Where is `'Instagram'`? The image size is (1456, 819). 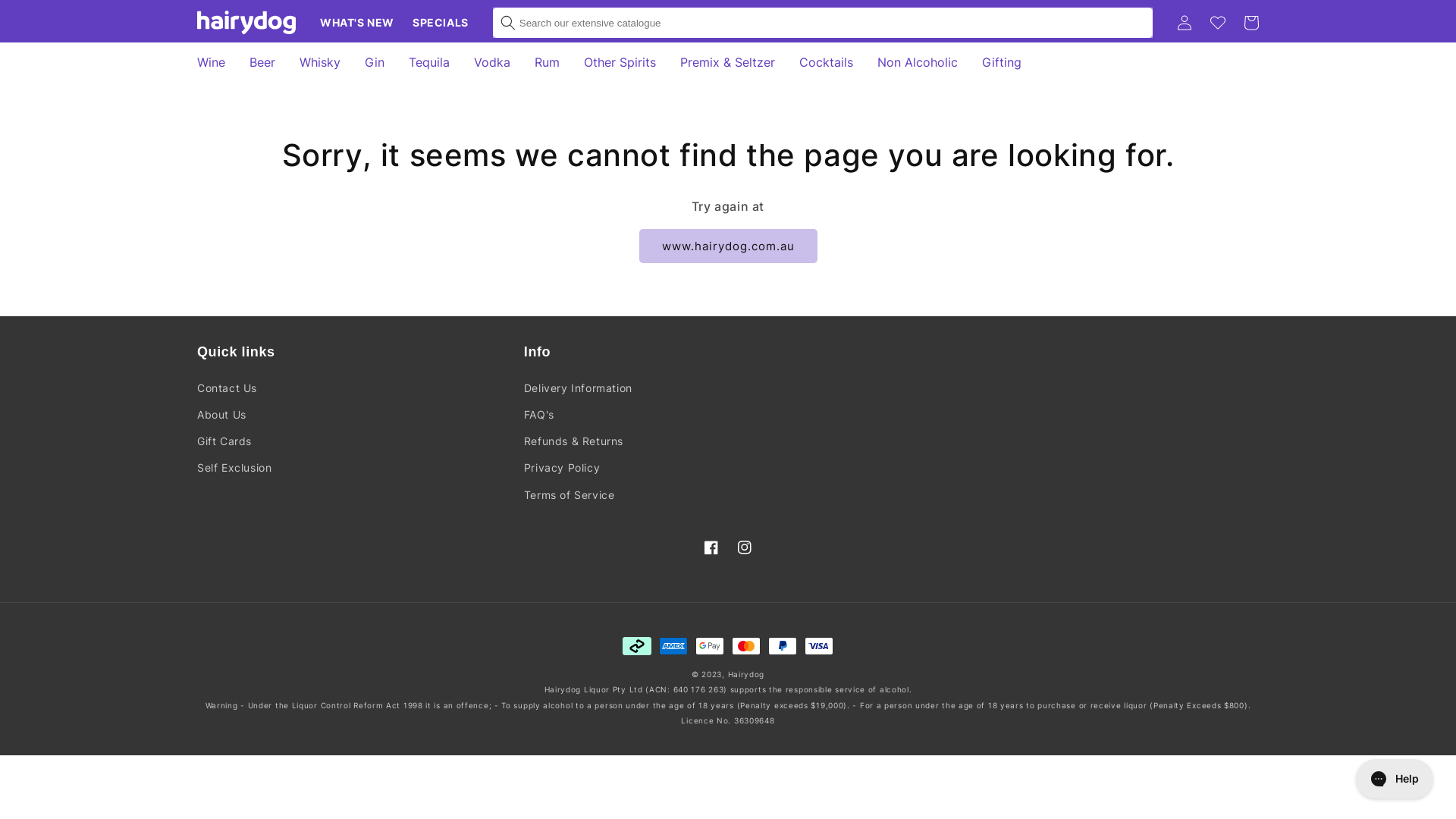
'Instagram' is located at coordinates (745, 547).